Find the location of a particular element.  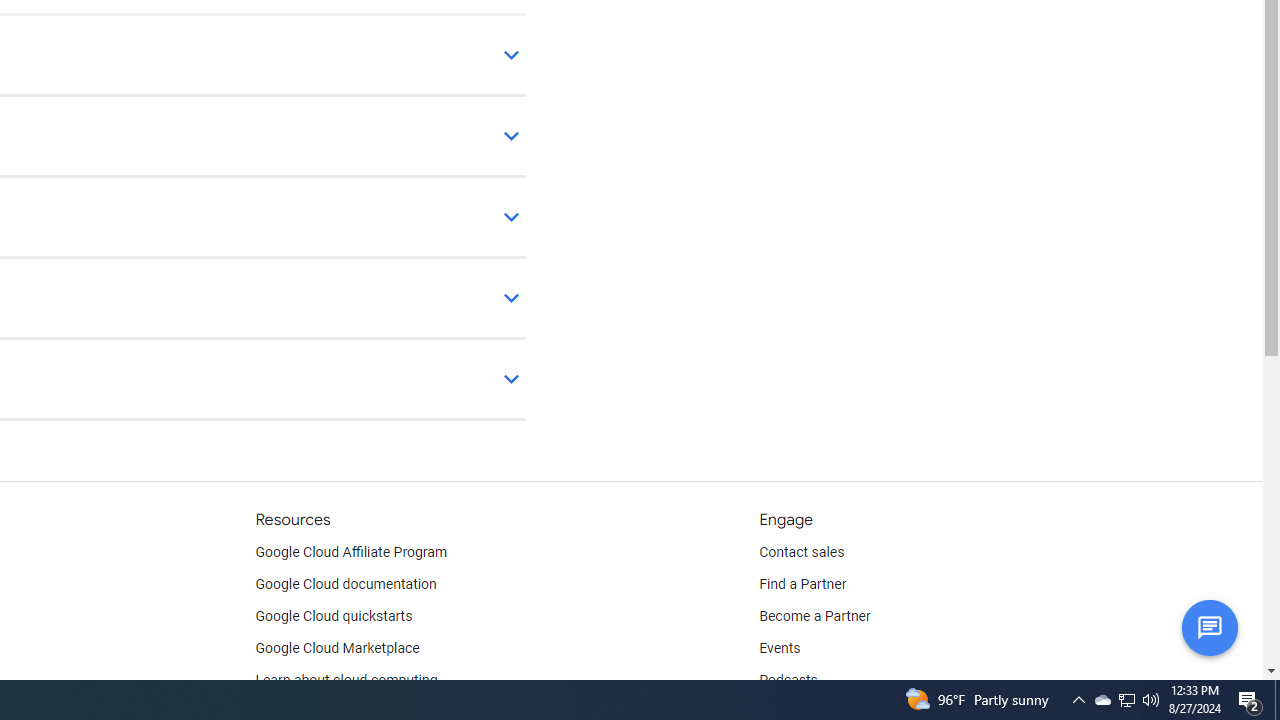

'Find a Partner' is located at coordinates (803, 585).